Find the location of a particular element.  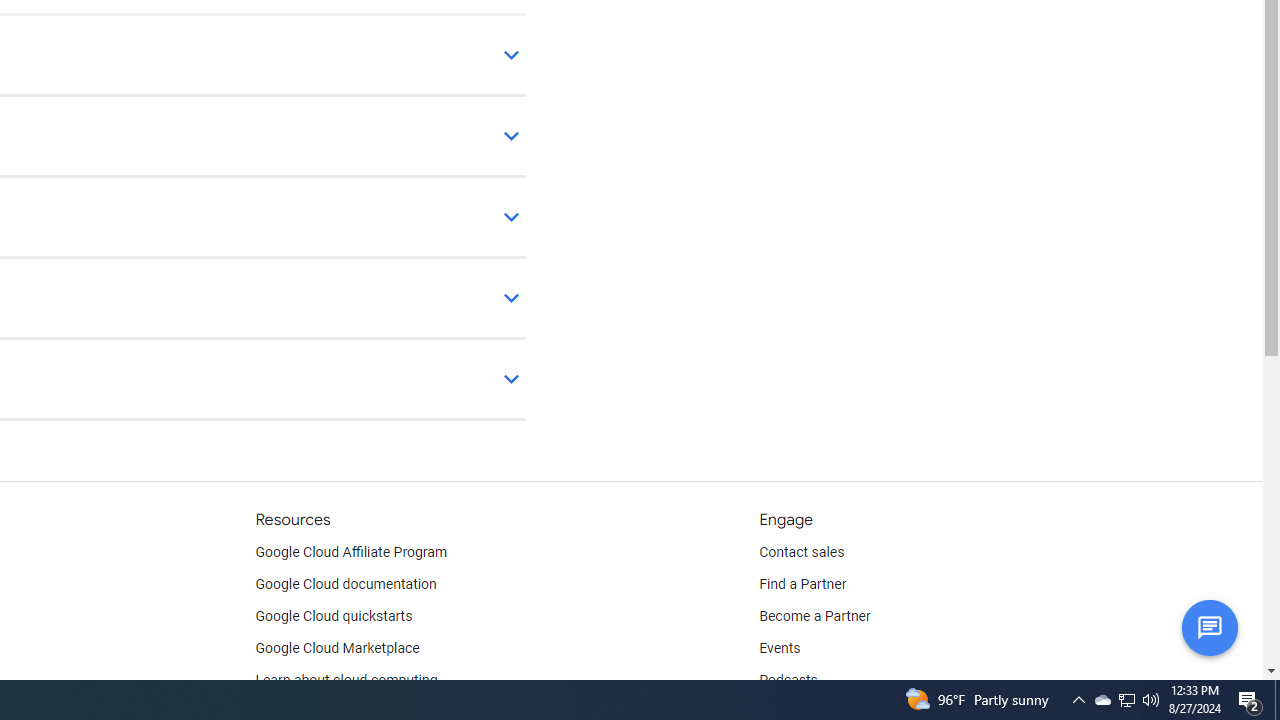

'Find a Partner' is located at coordinates (803, 585).